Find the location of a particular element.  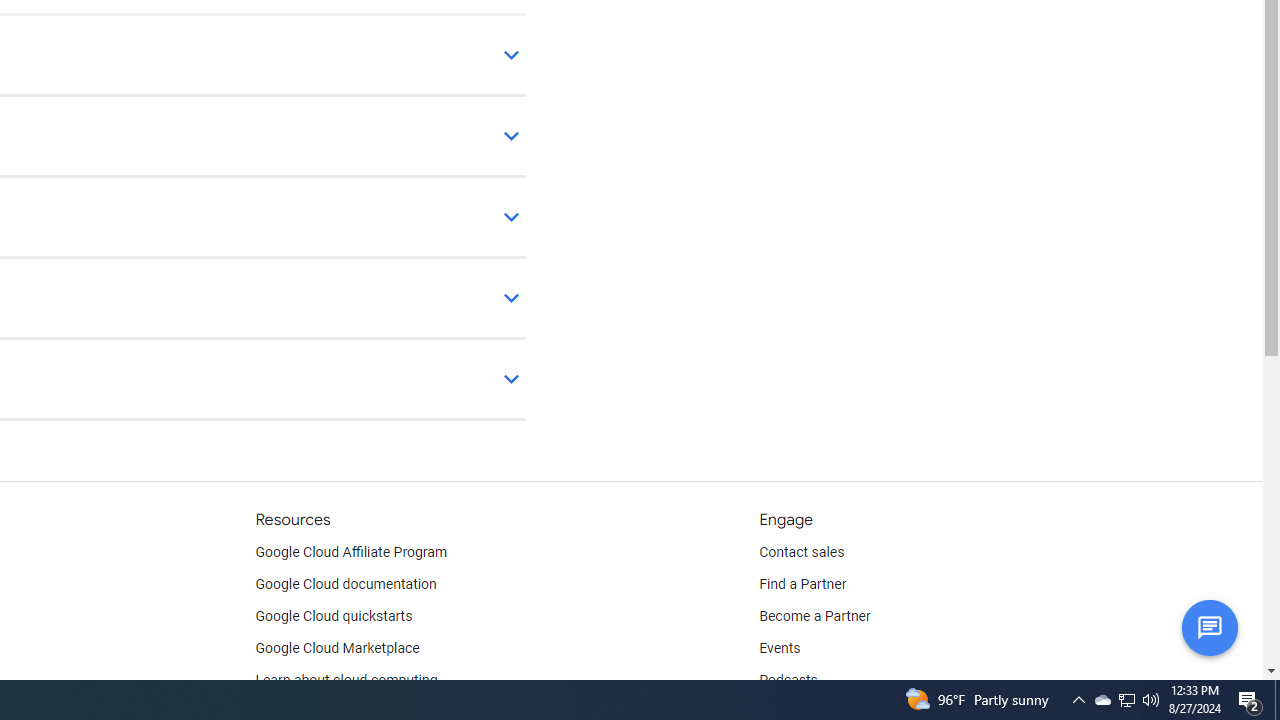

'Find a Partner' is located at coordinates (803, 585).